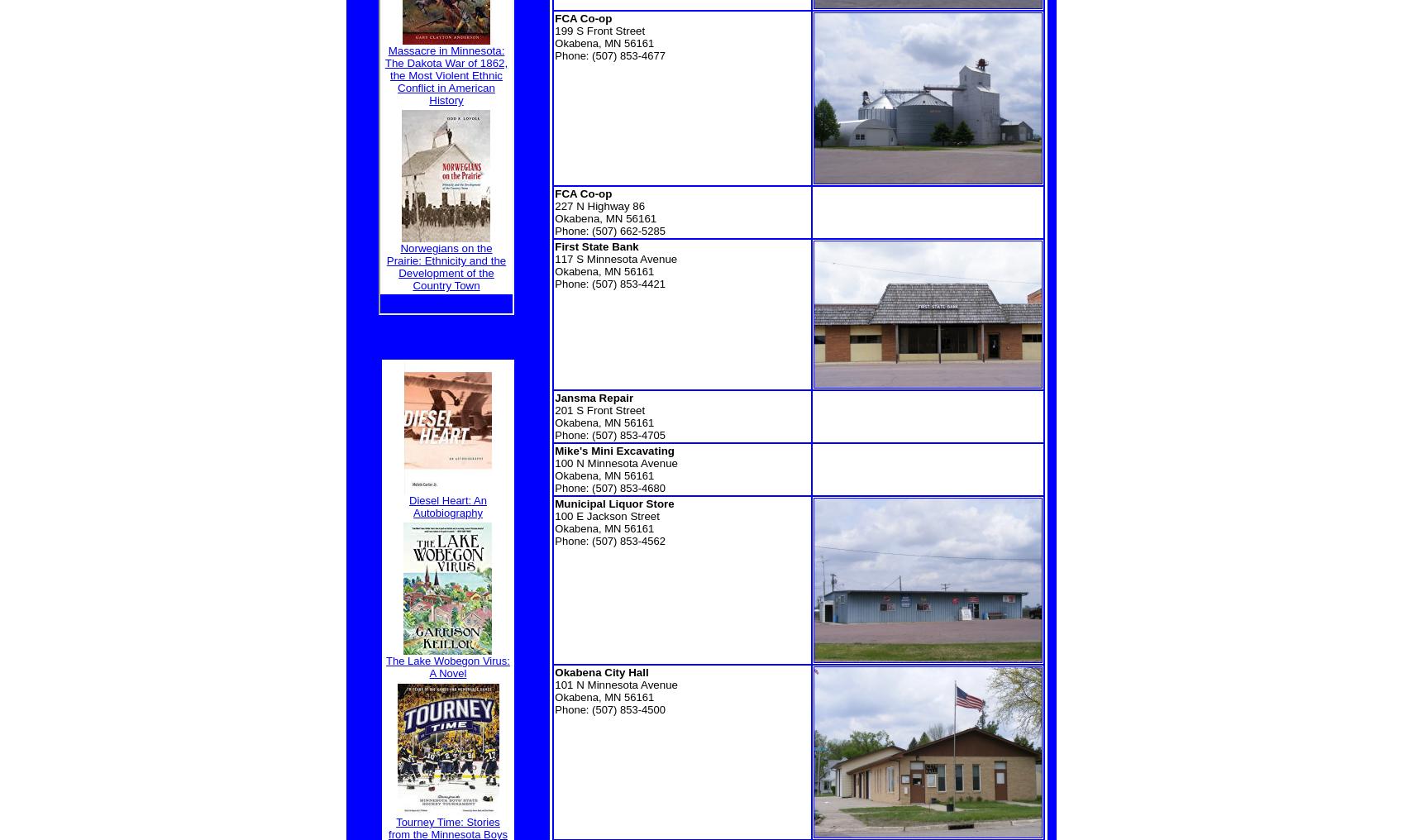 The width and height of the screenshot is (1403, 840). Describe the element at coordinates (608, 230) in the screenshot. I see `'Phone: (507) 662-5285'` at that location.